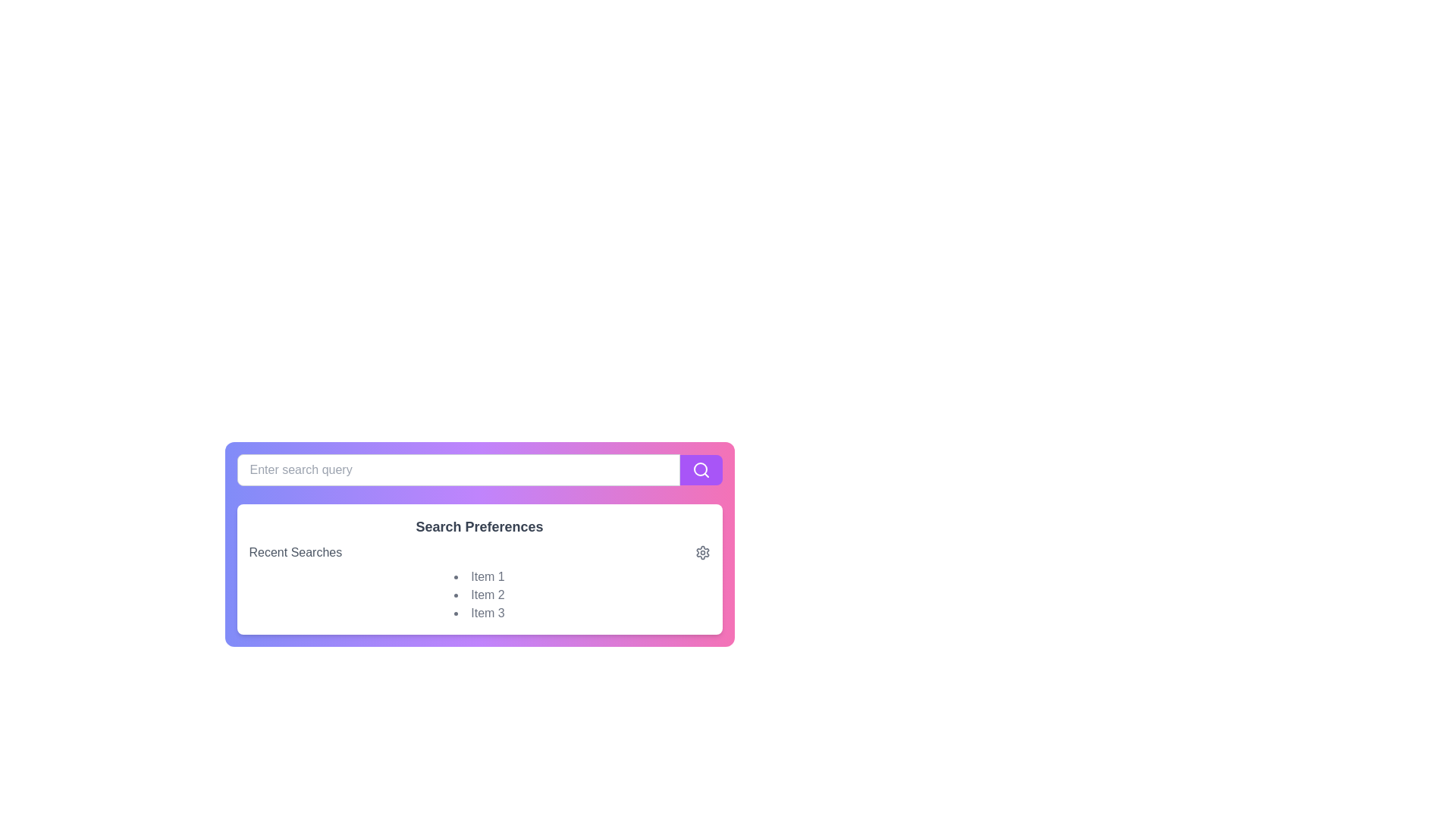 Image resolution: width=1456 pixels, height=819 pixels. What do you see at coordinates (700, 469) in the screenshot?
I see `the search button with an embedded icon located on the right side of the search bar to potentially access context menu options` at bounding box center [700, 469].